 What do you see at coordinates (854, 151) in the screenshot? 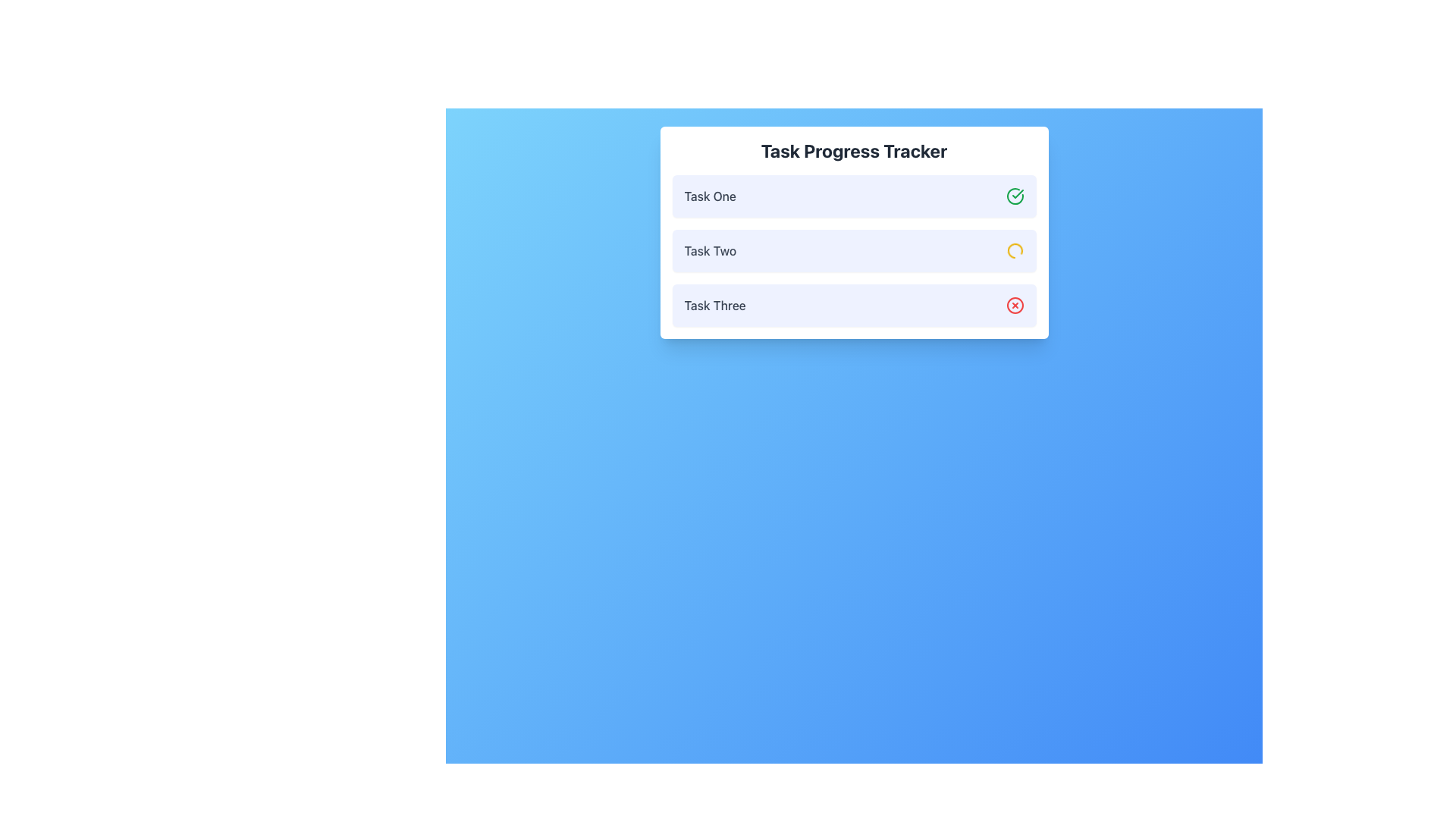
I see `text content of the prominent title element located at the top of the task progress tracking card, which serves as the header for the card layout` at bounding box center [854, 151].